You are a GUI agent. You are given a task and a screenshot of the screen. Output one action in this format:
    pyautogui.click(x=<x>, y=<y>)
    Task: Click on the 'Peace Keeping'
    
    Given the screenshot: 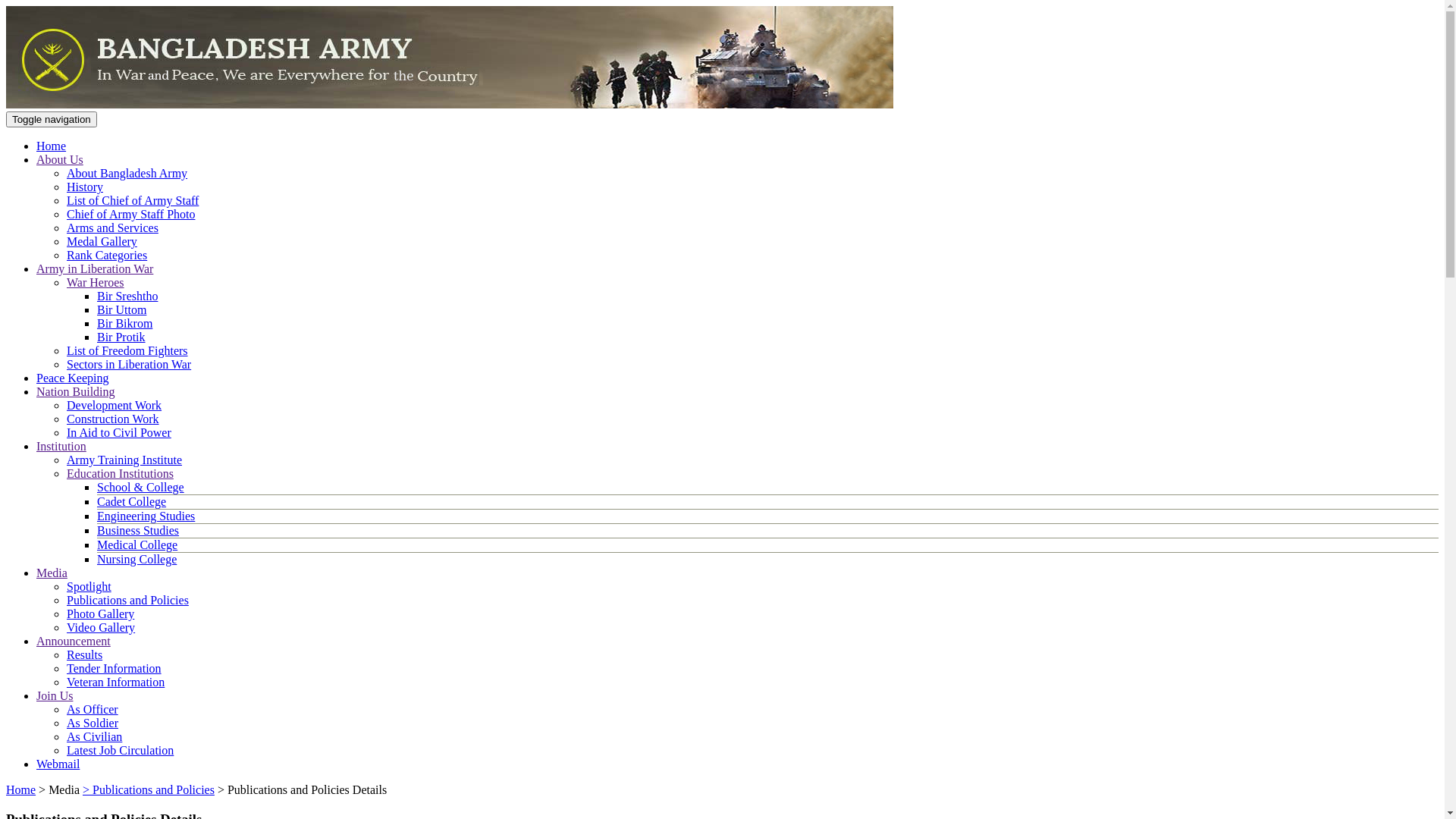 What is the action you would take?
    pyautogui.click(x=72, y=377)
    